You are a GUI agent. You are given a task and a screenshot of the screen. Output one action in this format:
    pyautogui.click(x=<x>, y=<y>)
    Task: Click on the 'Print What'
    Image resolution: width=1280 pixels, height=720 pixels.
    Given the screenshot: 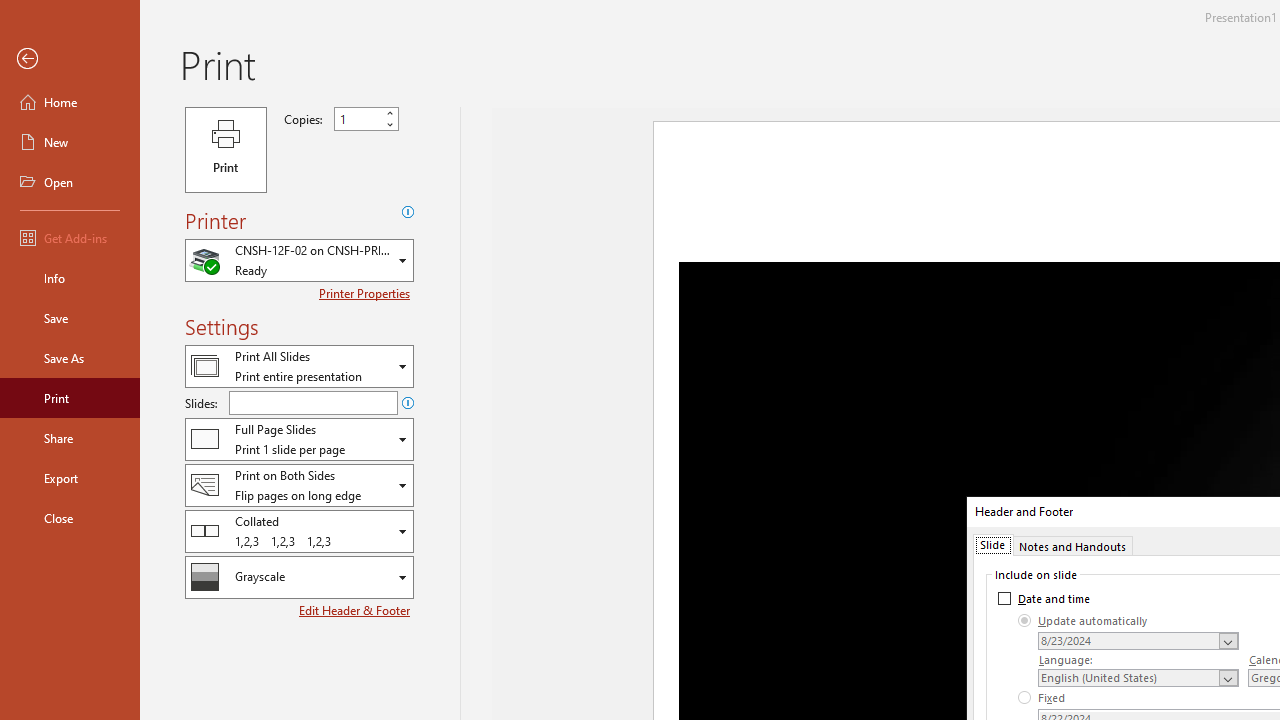 What is the action you would take?
    pyautogui.click(x=298, y=366)
    